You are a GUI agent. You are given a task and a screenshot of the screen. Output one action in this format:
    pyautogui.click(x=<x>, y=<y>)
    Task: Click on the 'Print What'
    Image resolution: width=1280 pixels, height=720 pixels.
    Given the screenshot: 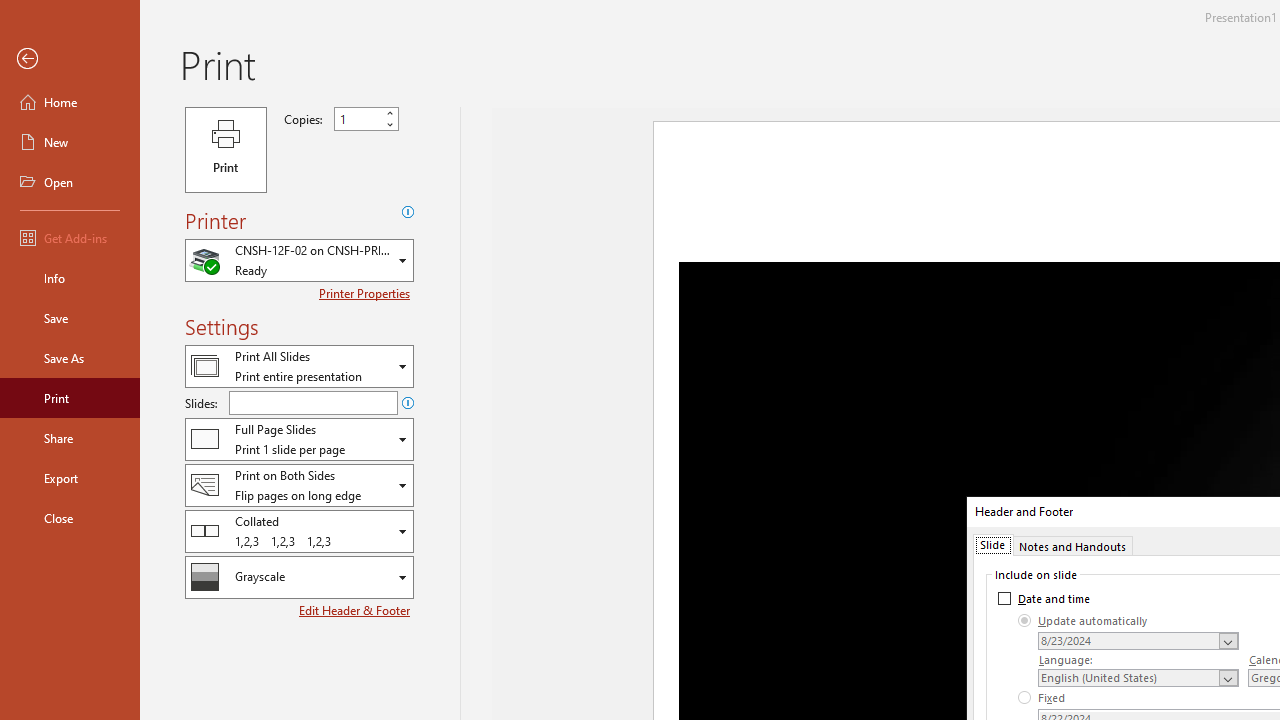 What is the action you would take?
    pyautogui.click(x=298, y=366)
    